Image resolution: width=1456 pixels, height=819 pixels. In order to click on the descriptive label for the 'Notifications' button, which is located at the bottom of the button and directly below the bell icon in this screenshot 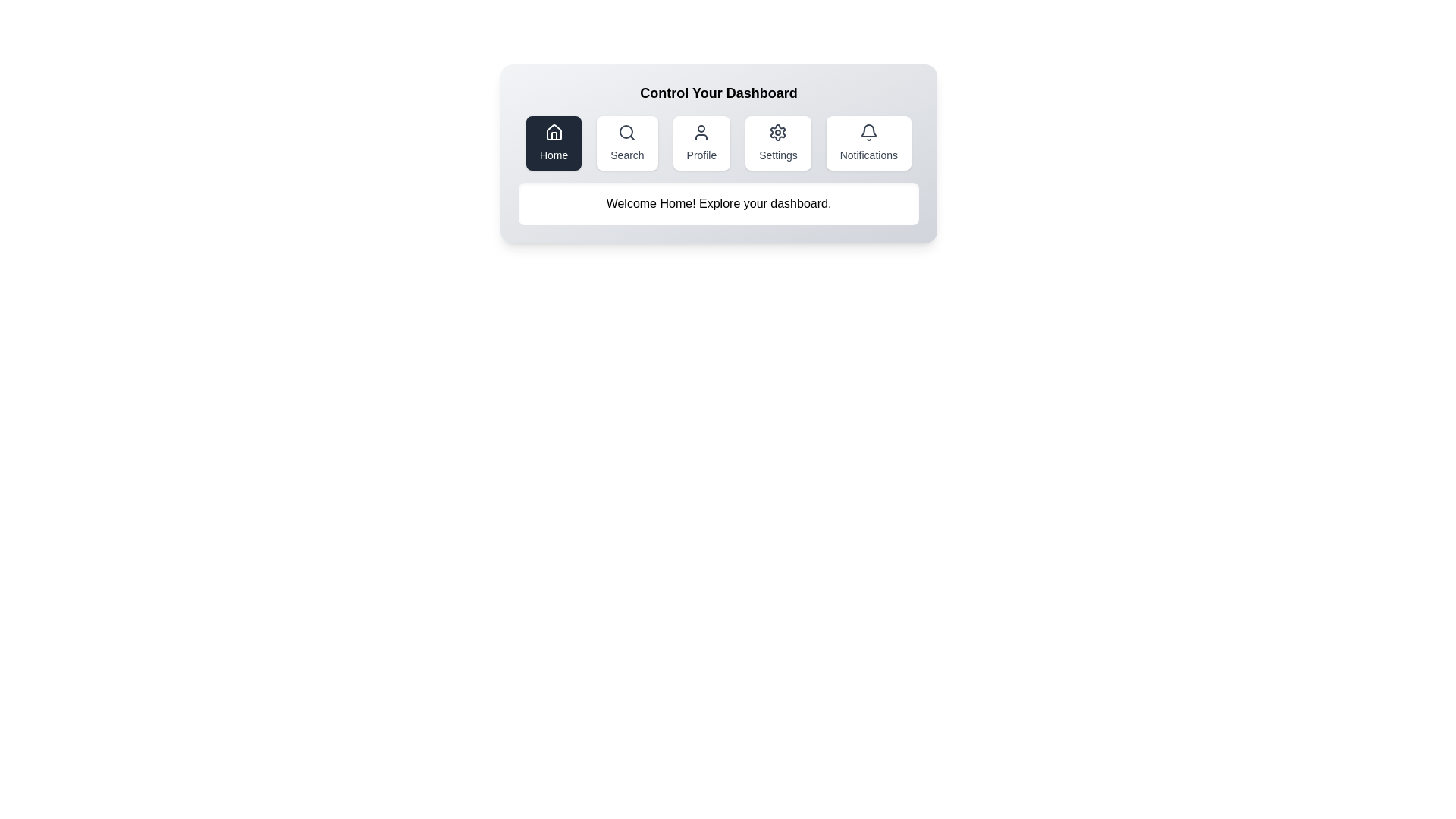, I will do `click(868, 155)`.